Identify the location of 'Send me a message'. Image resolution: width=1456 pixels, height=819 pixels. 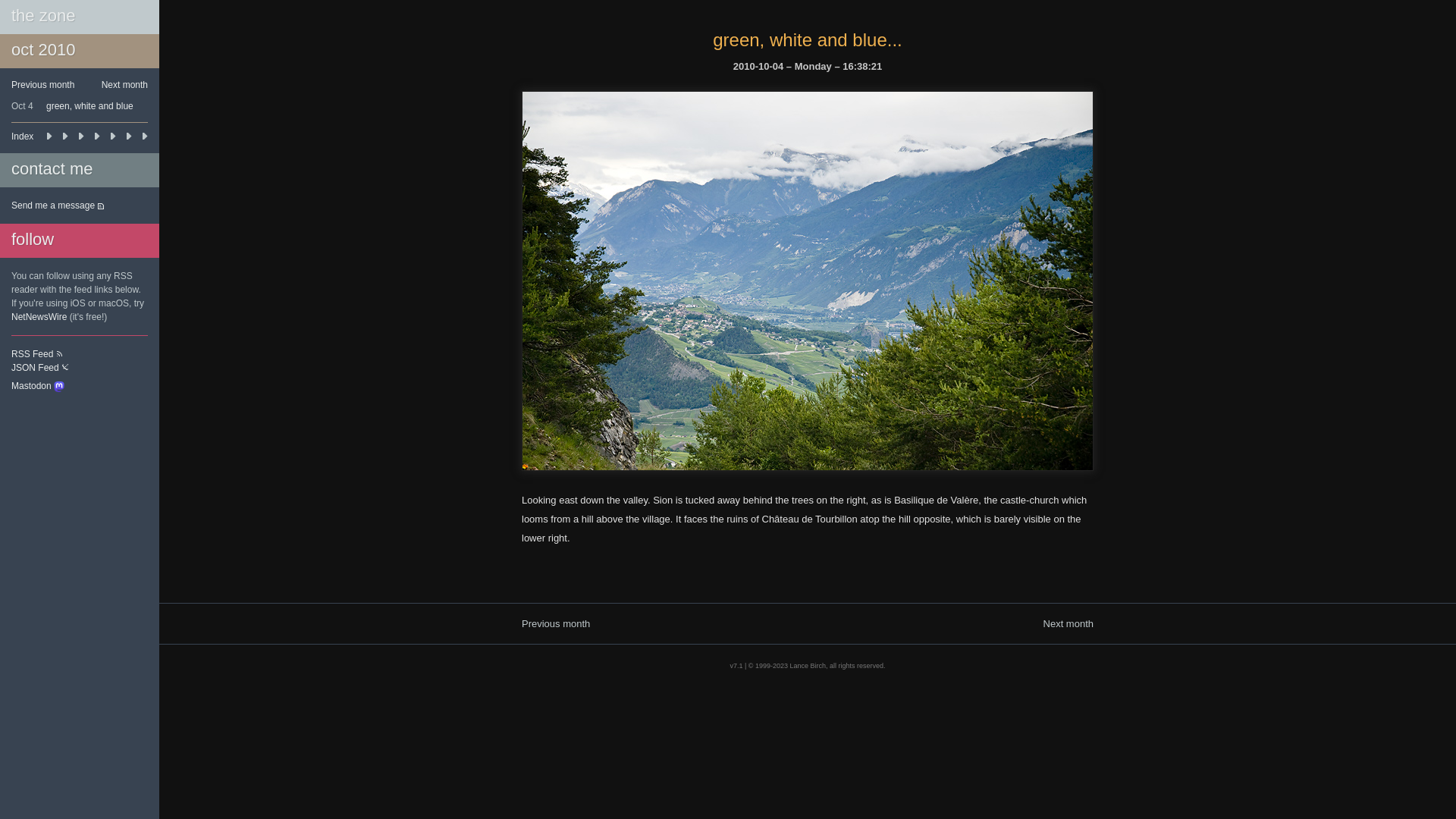
(58, 205).